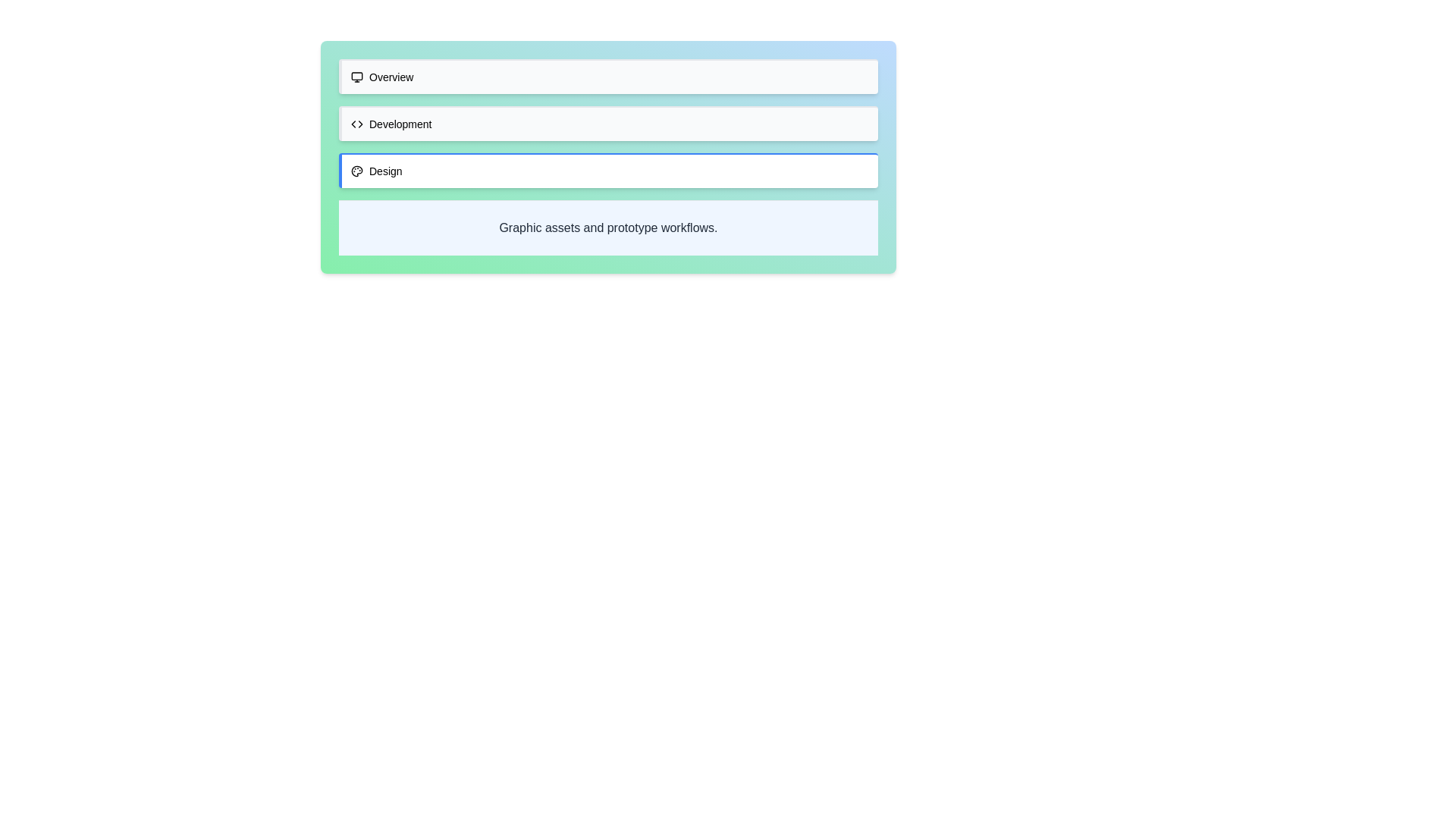 This screenshot has height=819, width=1456. Describe the element at coordinates (608, 170) in the screenshot. I see `the tab labeled Design to change the active content` at that location.